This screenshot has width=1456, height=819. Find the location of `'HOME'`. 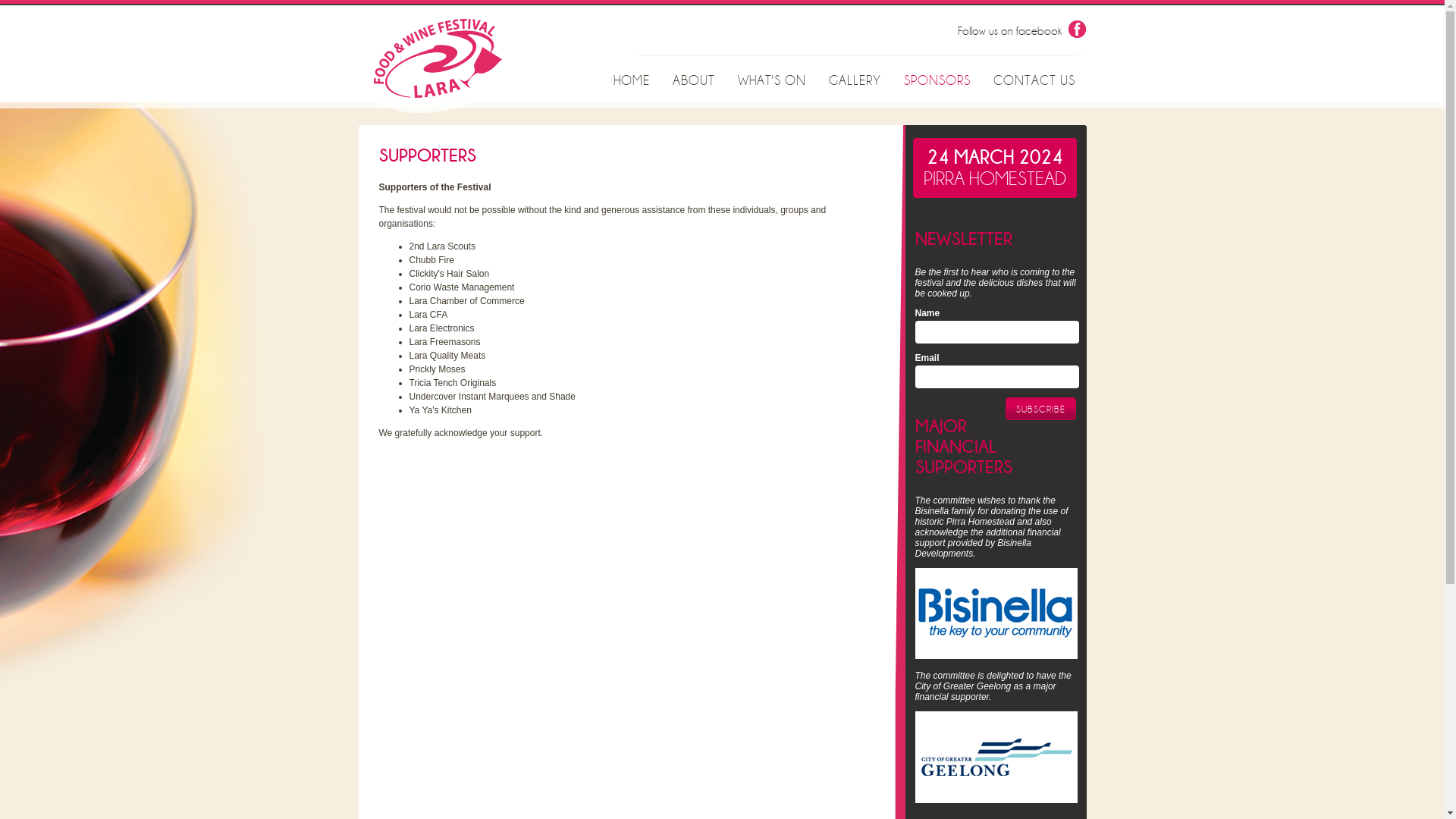

'HOME' is located at coordinates (632, 81).